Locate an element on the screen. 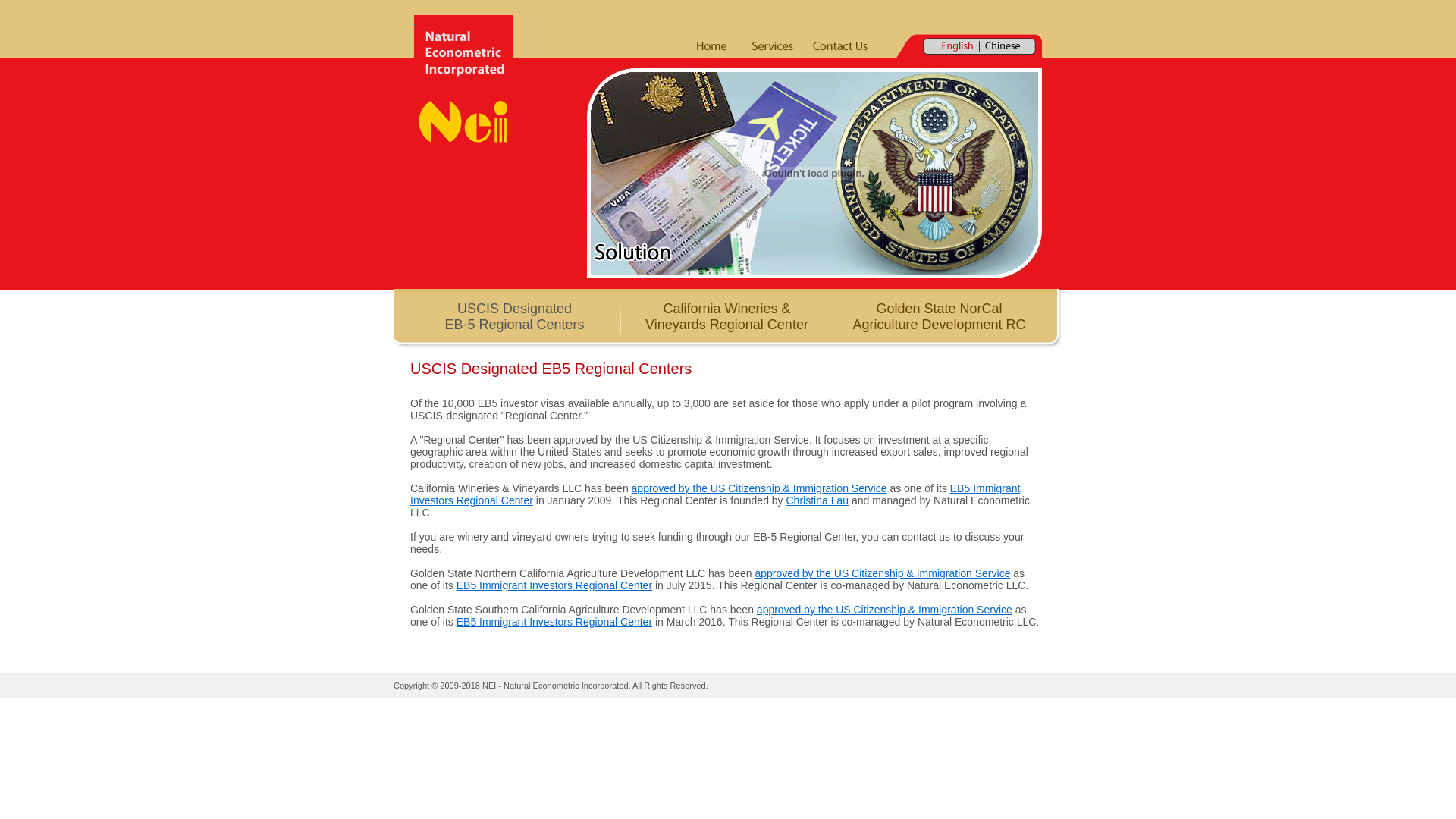 The height and width of the screenshot is (819, 1456). 'logo' is located at coordinates (463, 79).